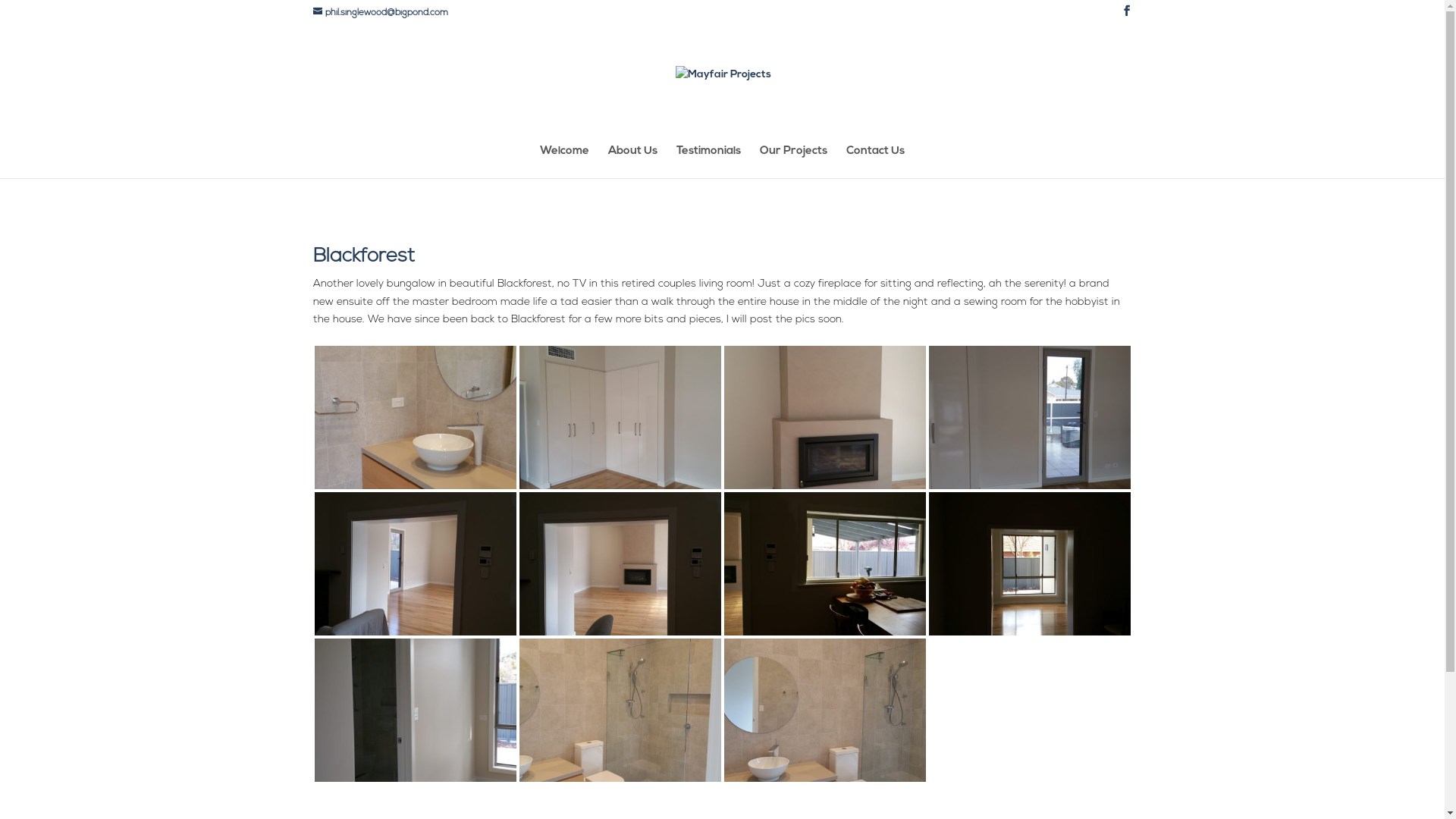 This screenshot has width=1456, height=819. What do you see at coordinates (875, 162) in the screenshot?
I see `'Contact Us'` at bounding box center [875, 162].